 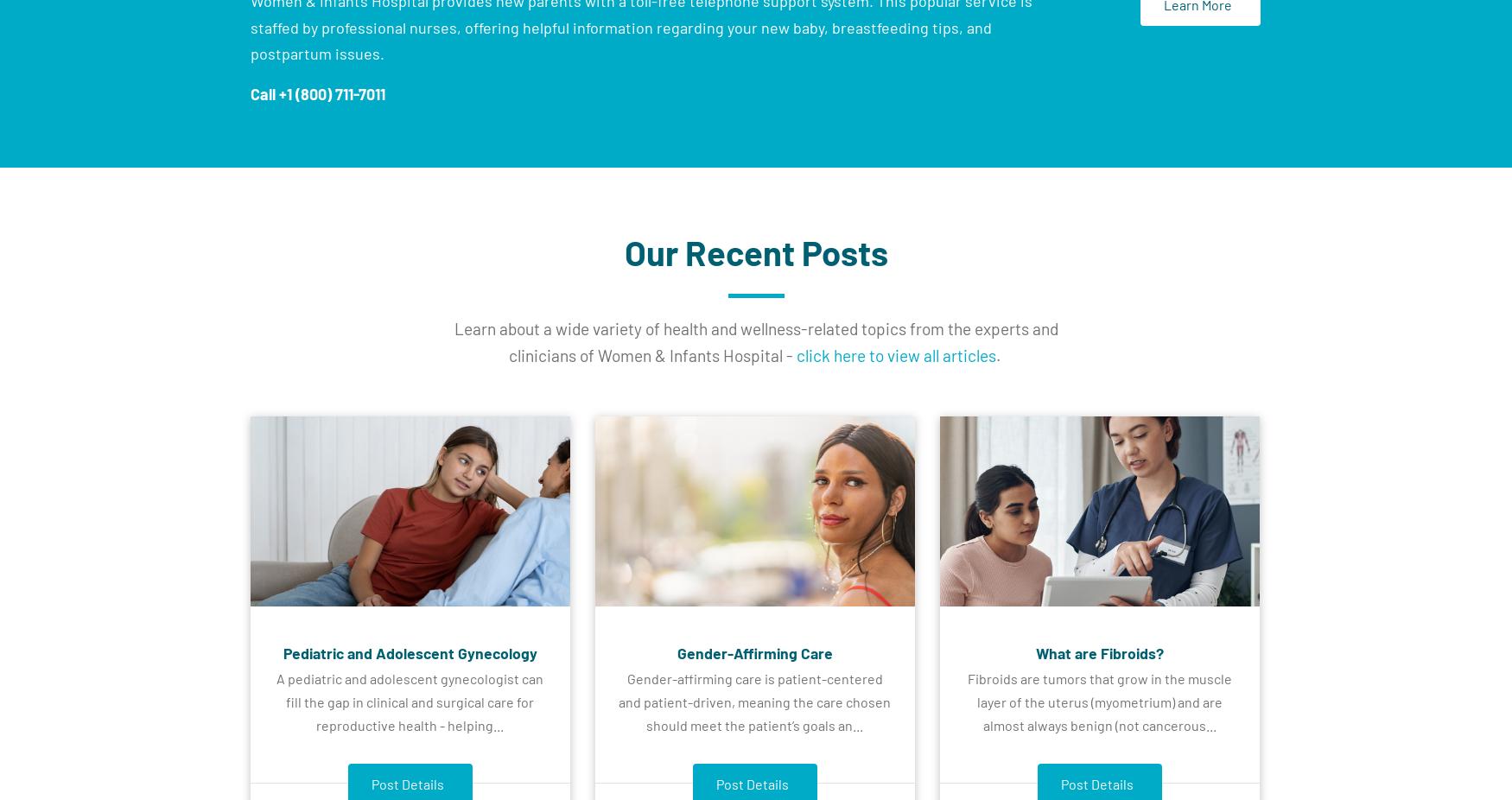 What do you see at coordinates (556, 327) in the screenshot?
I see `'Learn about a wide variety of'` at bounding box center [556, 327].